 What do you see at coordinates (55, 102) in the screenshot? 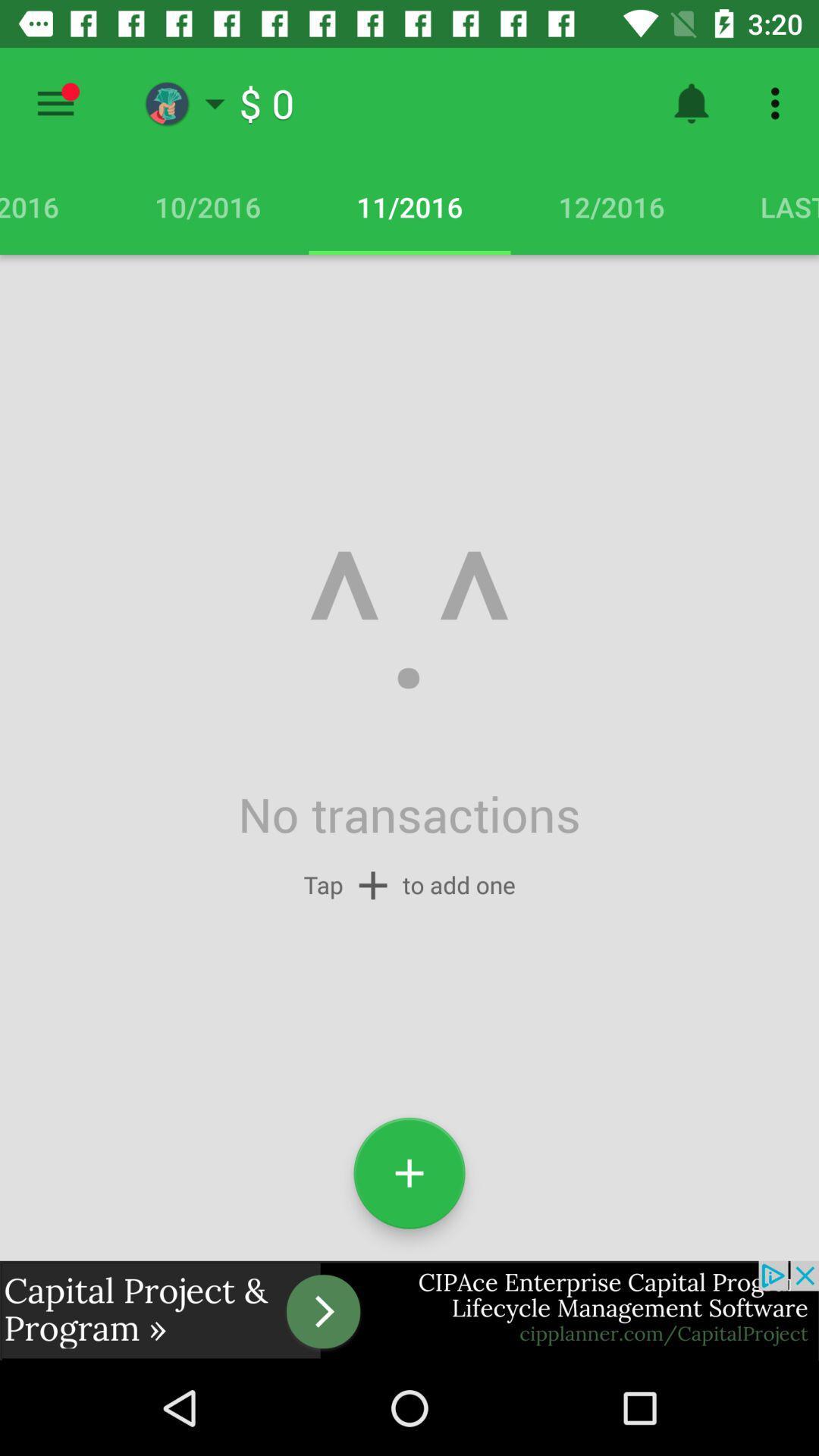
I see `open menu` at bounding box center [55, 102].